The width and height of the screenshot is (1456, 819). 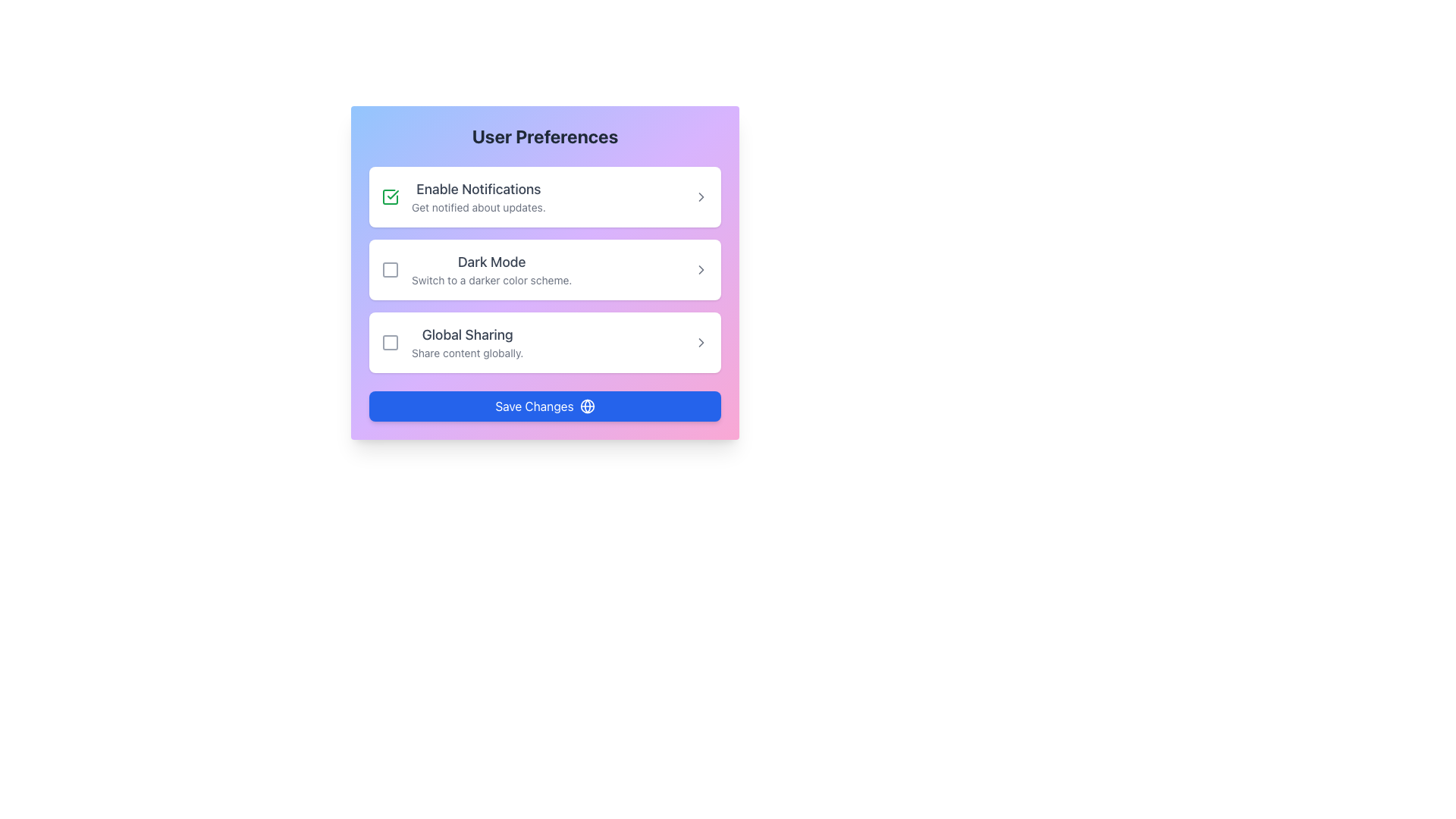 What do you see at coordinates (701, 268) in the screenshot?
I see `the chevron icon pointing to the right, which serves as a button` at bounding box center [701, 268].